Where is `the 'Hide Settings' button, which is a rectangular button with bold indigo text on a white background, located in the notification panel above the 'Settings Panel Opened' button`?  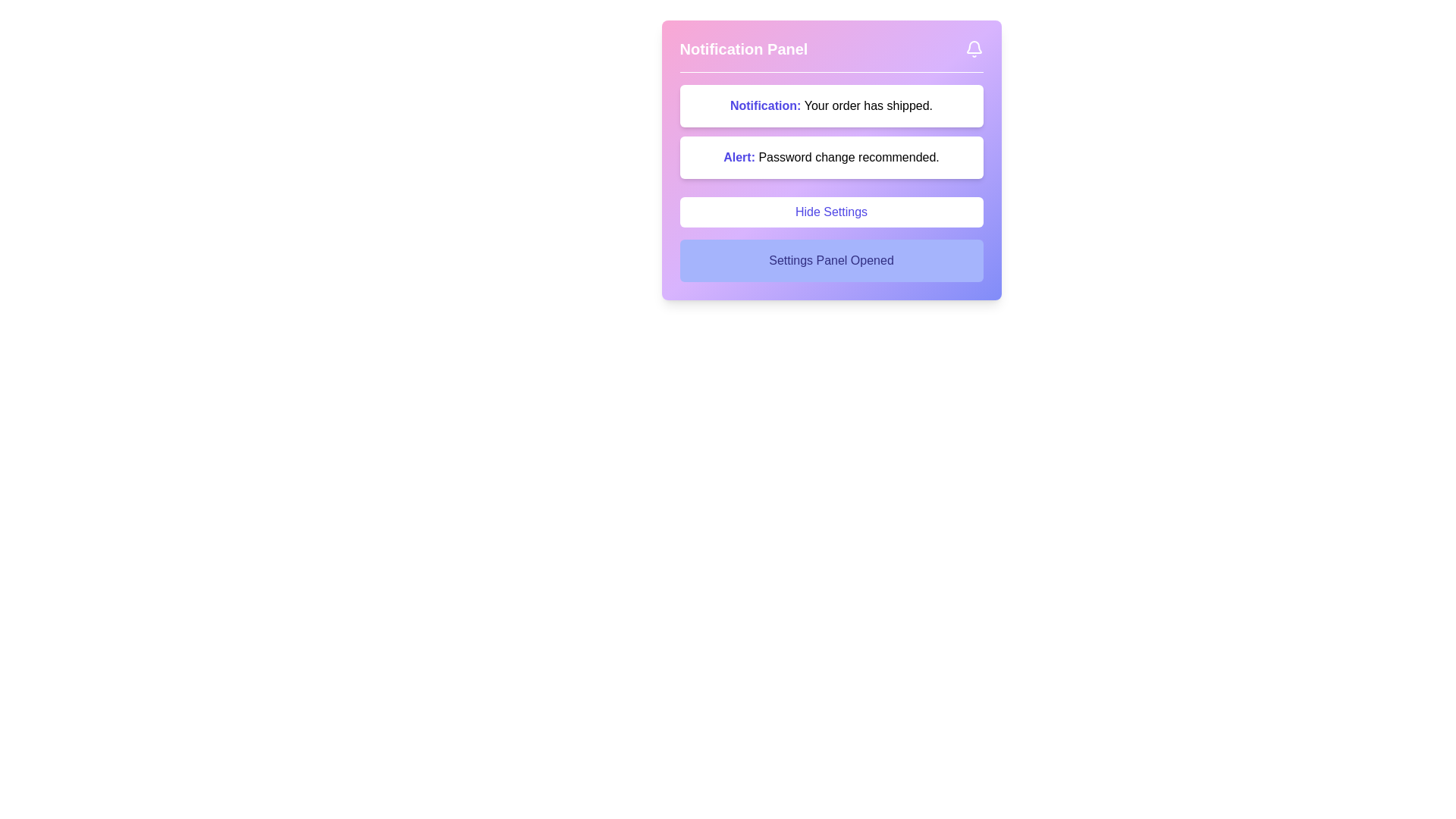 the 'Hide Settings' button, which is a rectangular button with bold indigo text on a white background, located in the notification panel above the 'Settings Panel Opened' button is located at coordinates (830, 212).